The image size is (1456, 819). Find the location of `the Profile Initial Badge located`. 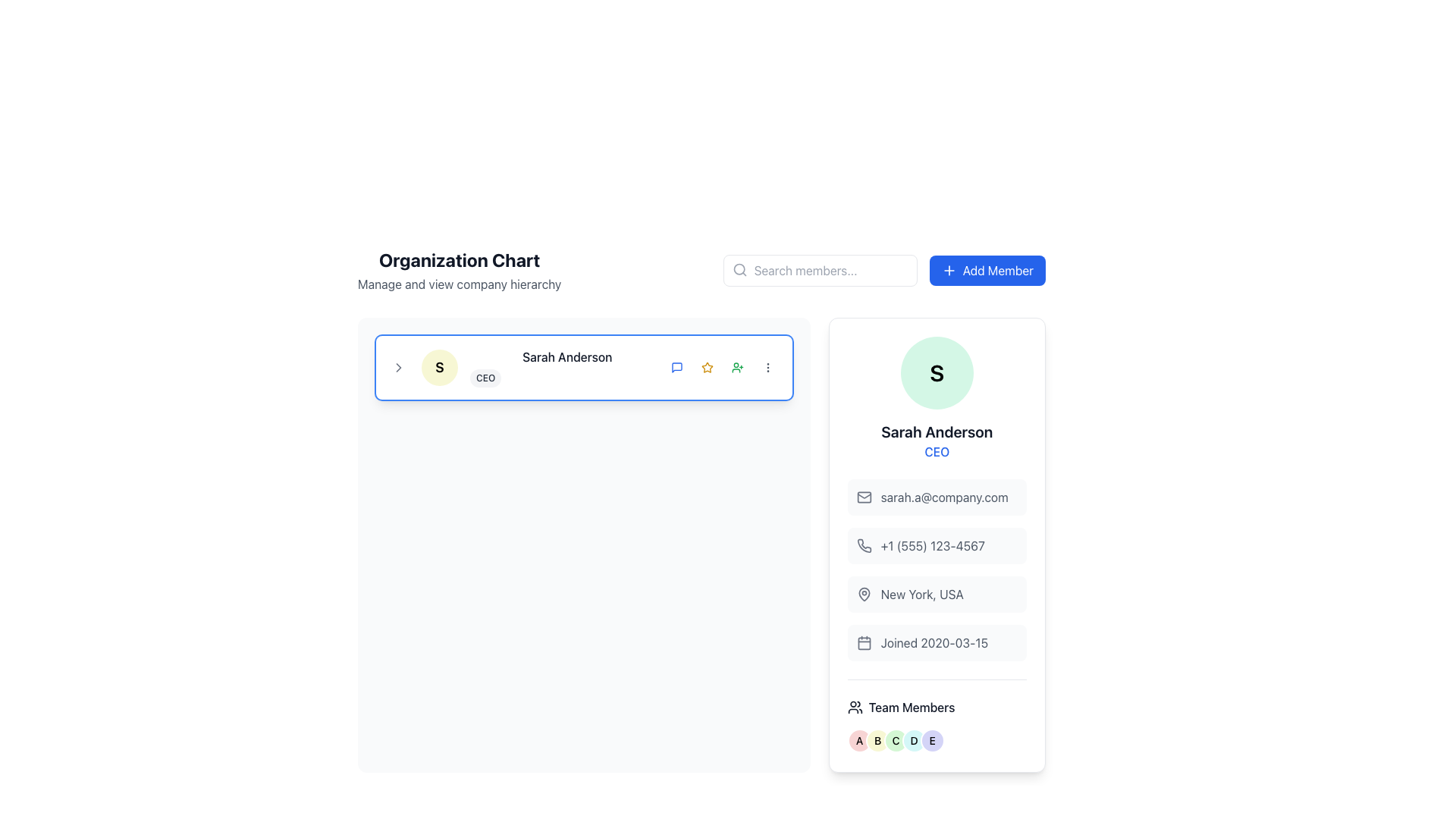

the Profile Initial Badge located is located at coordinates (439, 368).